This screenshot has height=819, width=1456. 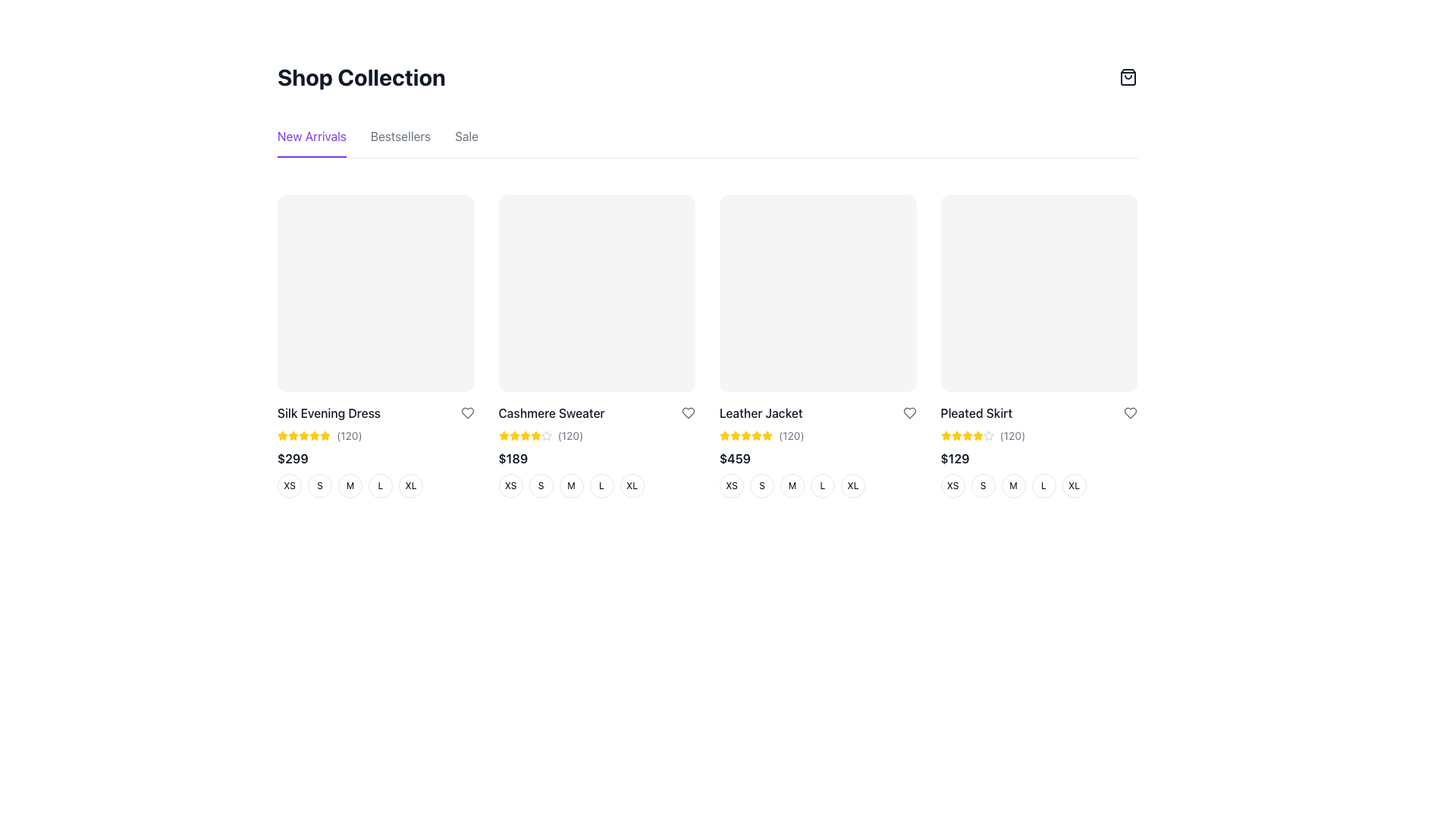 What do you see at coordinates (821, 485) in the screenshot?
I see `the circular button with a white background and a bold 'L' character for accessibility navigation` at bounding box center [821, 485].